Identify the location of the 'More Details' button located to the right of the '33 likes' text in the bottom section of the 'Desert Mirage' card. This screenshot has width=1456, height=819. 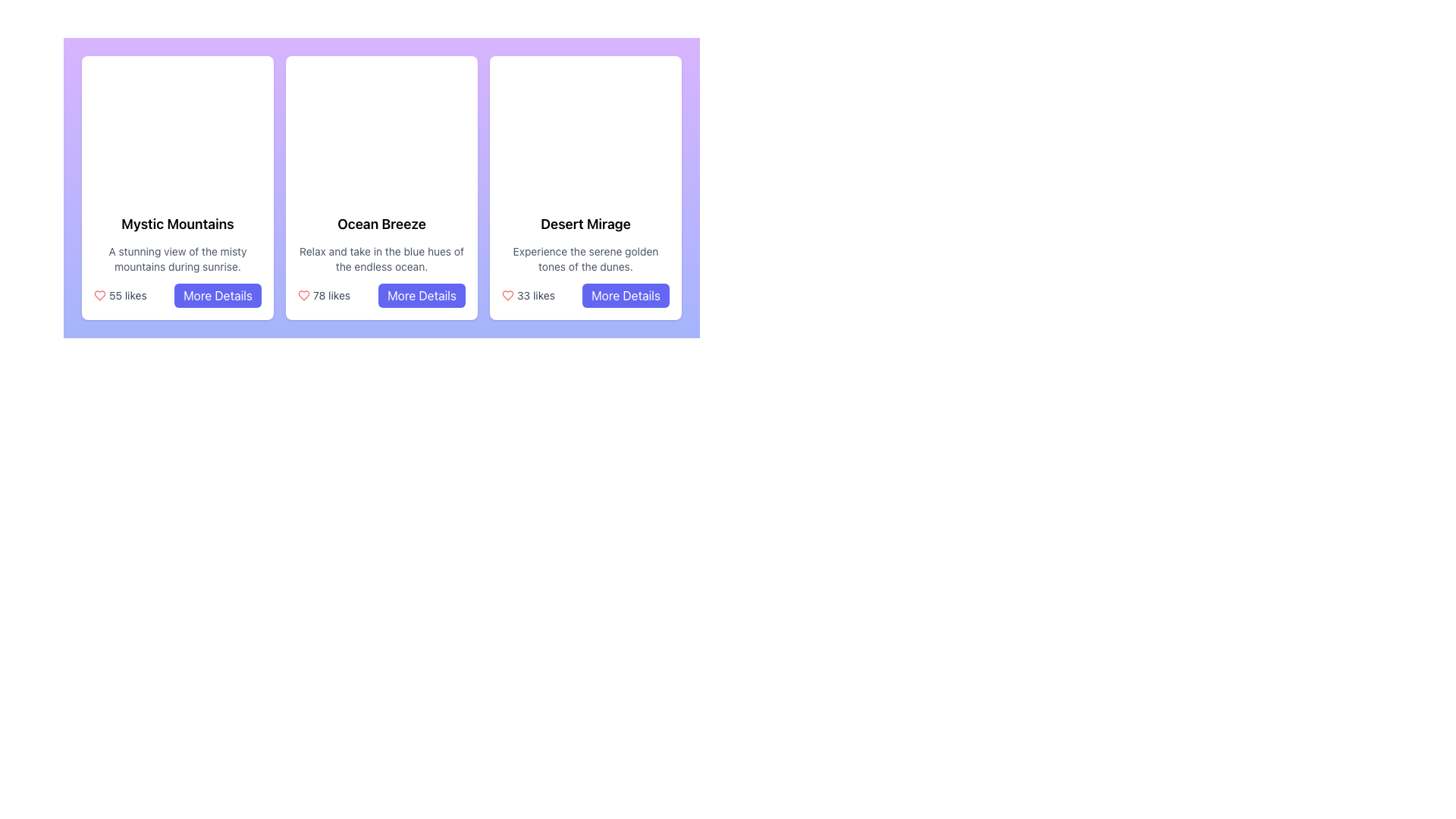
(585, 295).